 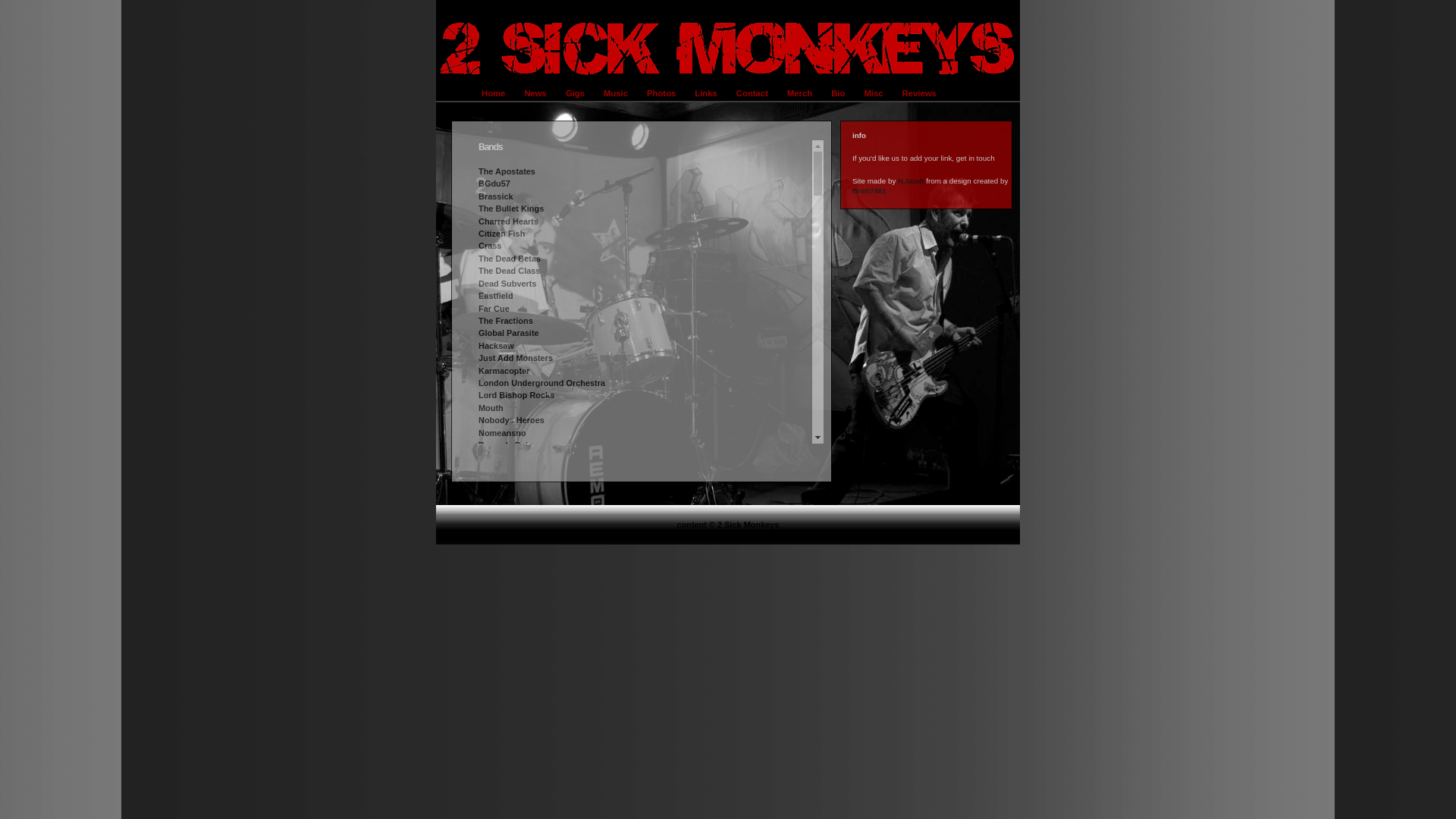 What do you see at coordinates (707, 93) in the screenshot?
I see `'Links'` at bounding box center [707, 93].